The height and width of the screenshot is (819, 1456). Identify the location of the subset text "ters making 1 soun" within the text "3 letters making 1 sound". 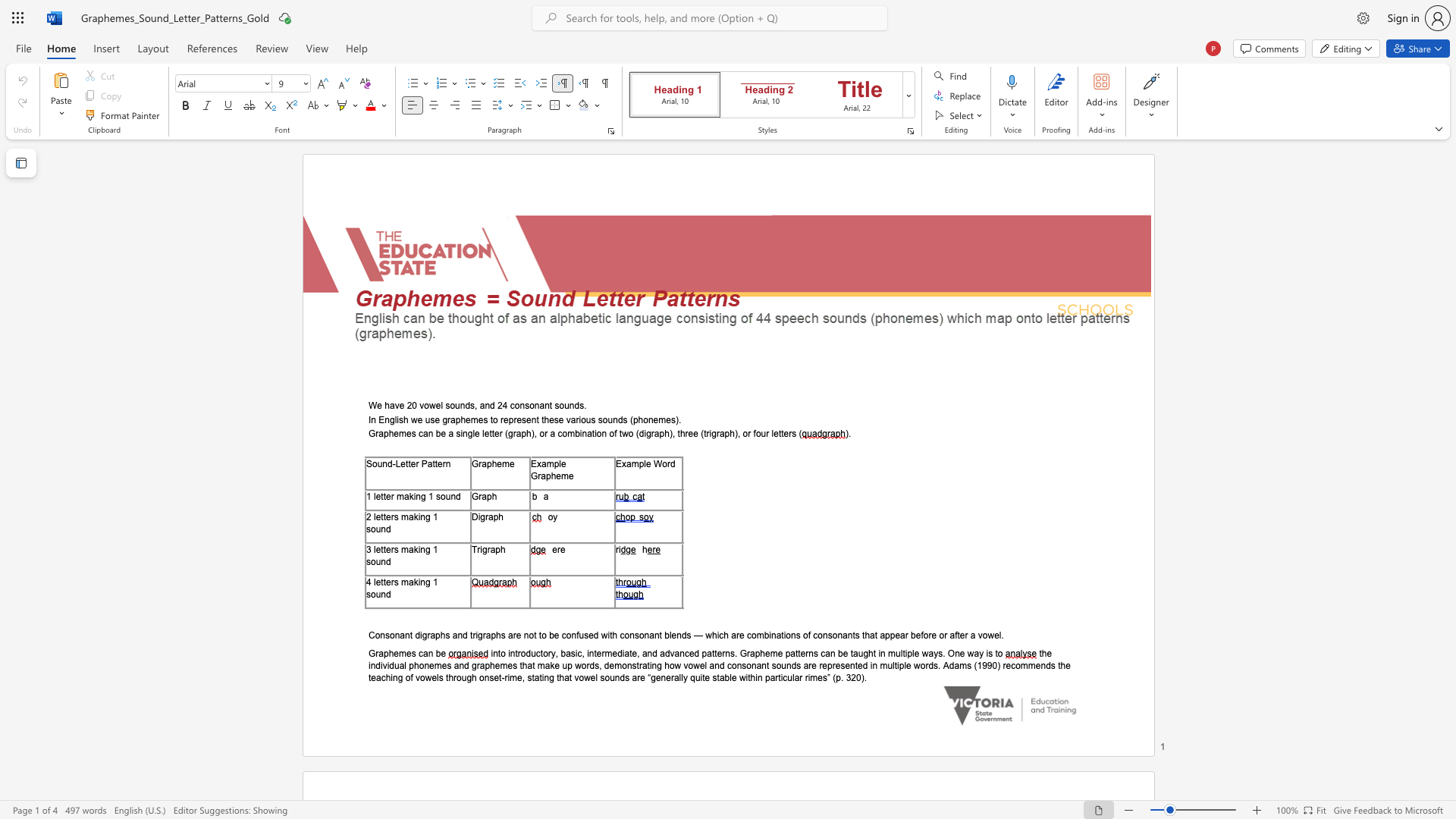
(383, 549).